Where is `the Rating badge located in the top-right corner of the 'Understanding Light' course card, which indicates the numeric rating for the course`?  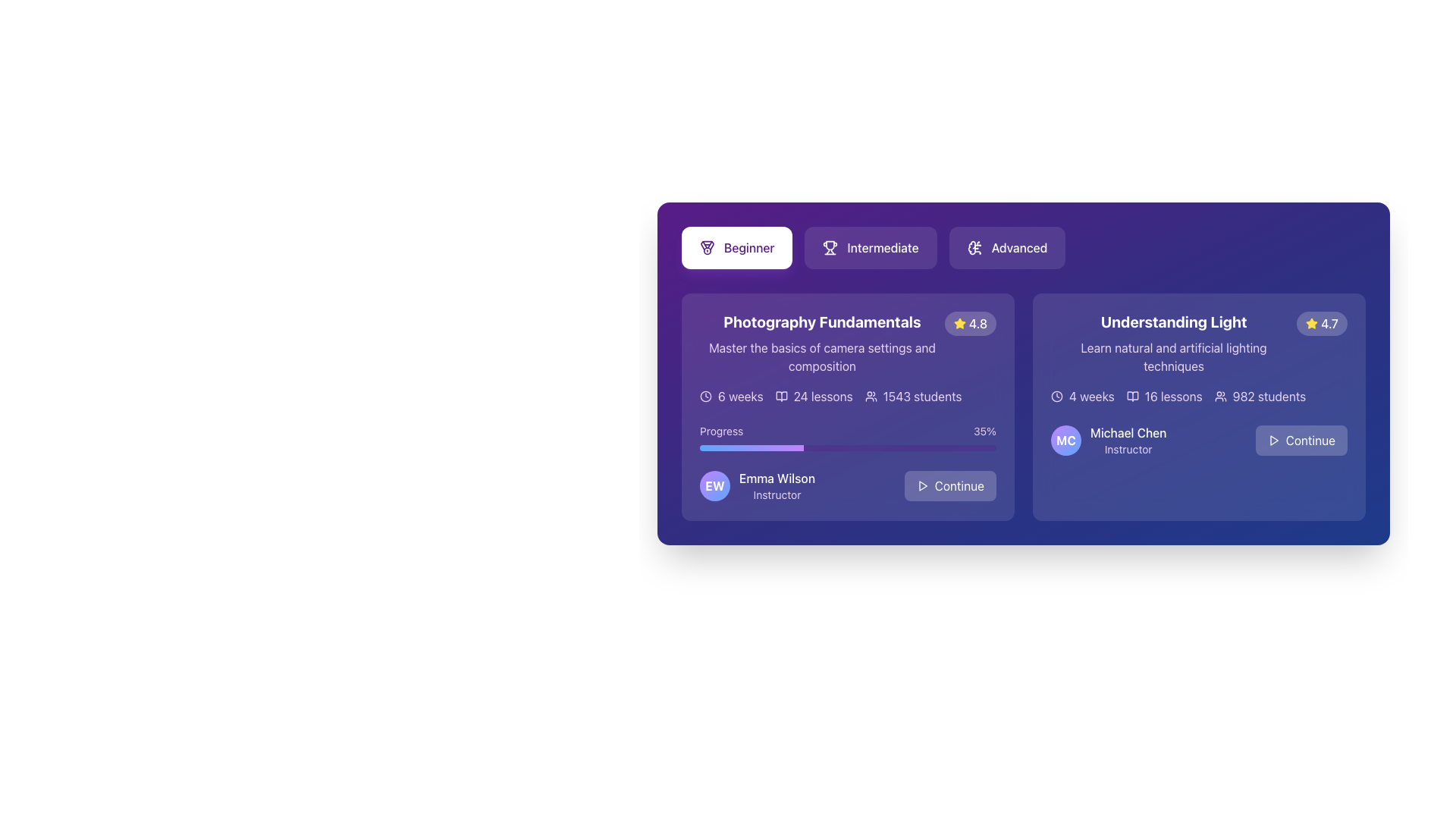
the Rating badge located in the top-right corner of the 'Understanding Light' course card, which indicates the numeric rating for the course is located at coordinates (1321, 323).